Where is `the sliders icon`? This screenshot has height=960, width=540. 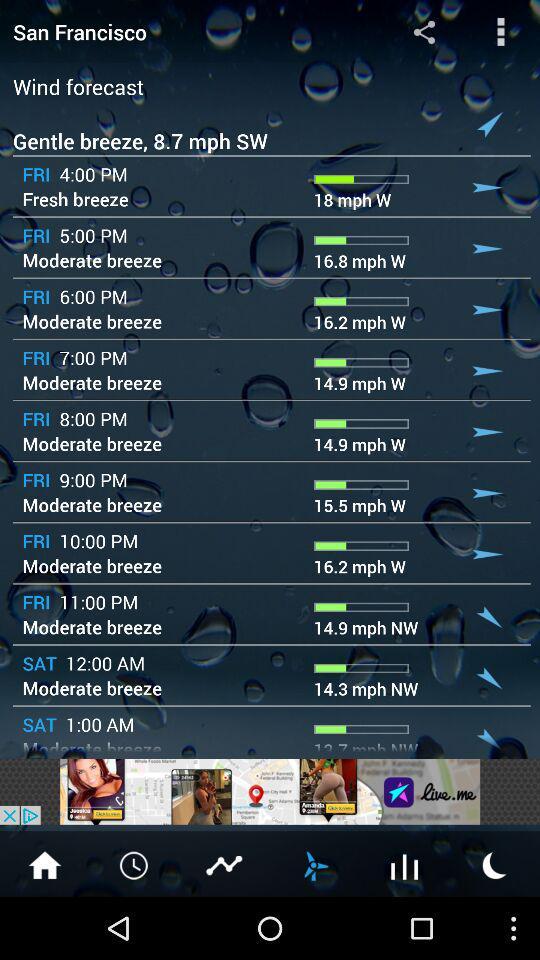 the sliders icon is located at coordinates (405, 925).